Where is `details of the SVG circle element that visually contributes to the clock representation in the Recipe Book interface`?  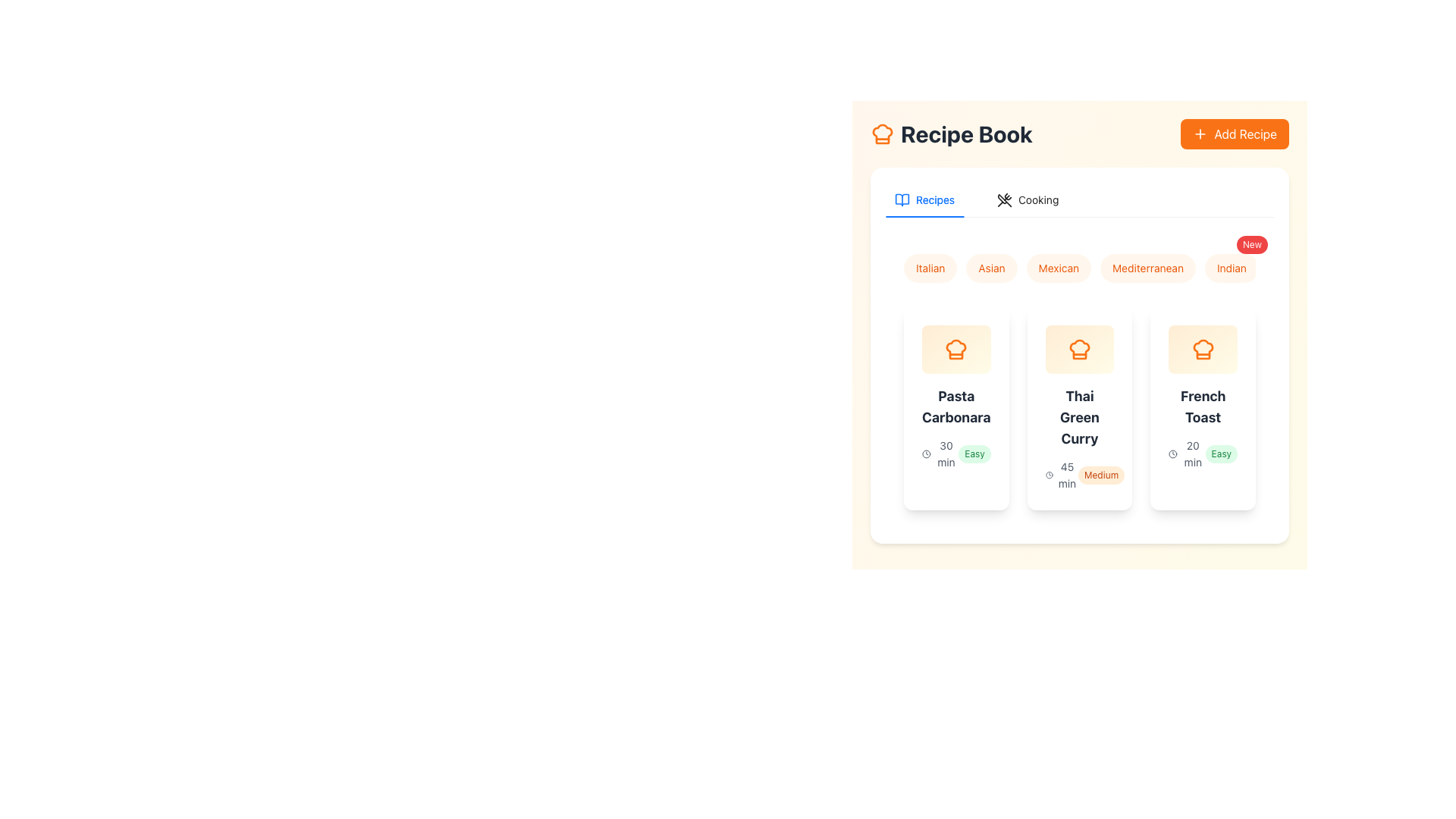
details of the SVG circle element that visually contributes to the clock representation in the Recipe Book interface is located at coordinates (1172, 453).